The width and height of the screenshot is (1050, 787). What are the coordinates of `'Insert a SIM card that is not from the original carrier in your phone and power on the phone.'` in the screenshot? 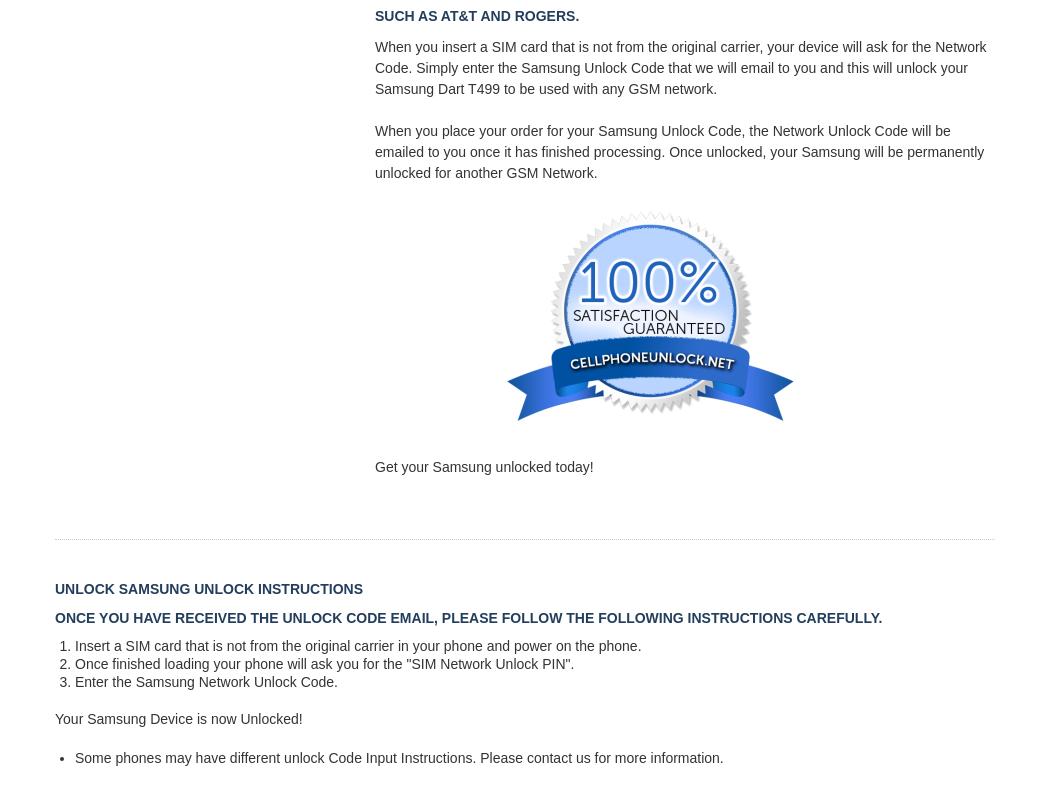 It's located at (357, 644).